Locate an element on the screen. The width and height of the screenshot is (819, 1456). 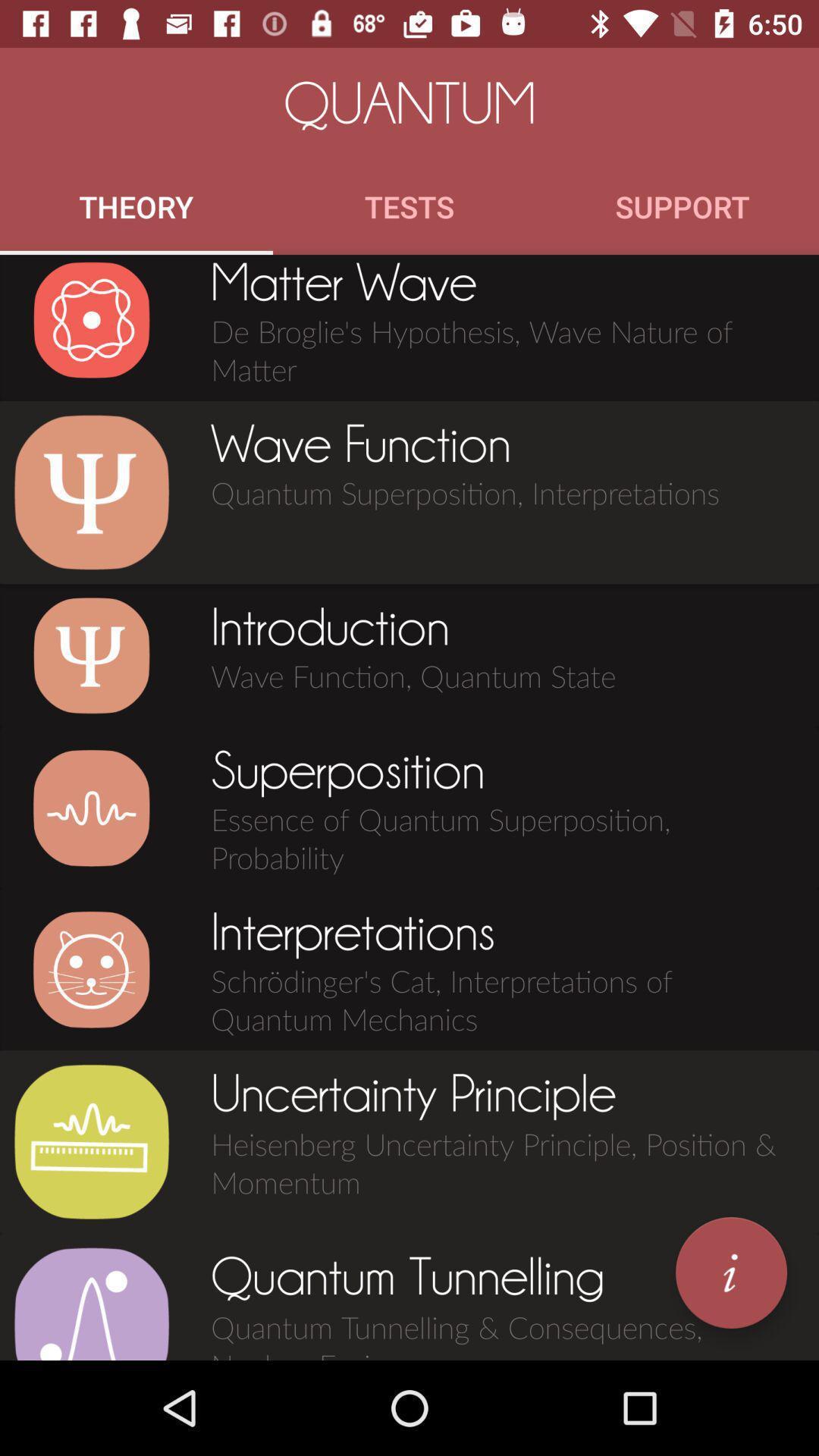
the item to the left of the quantum tunnelling item is located at coordinates (91, 1302).